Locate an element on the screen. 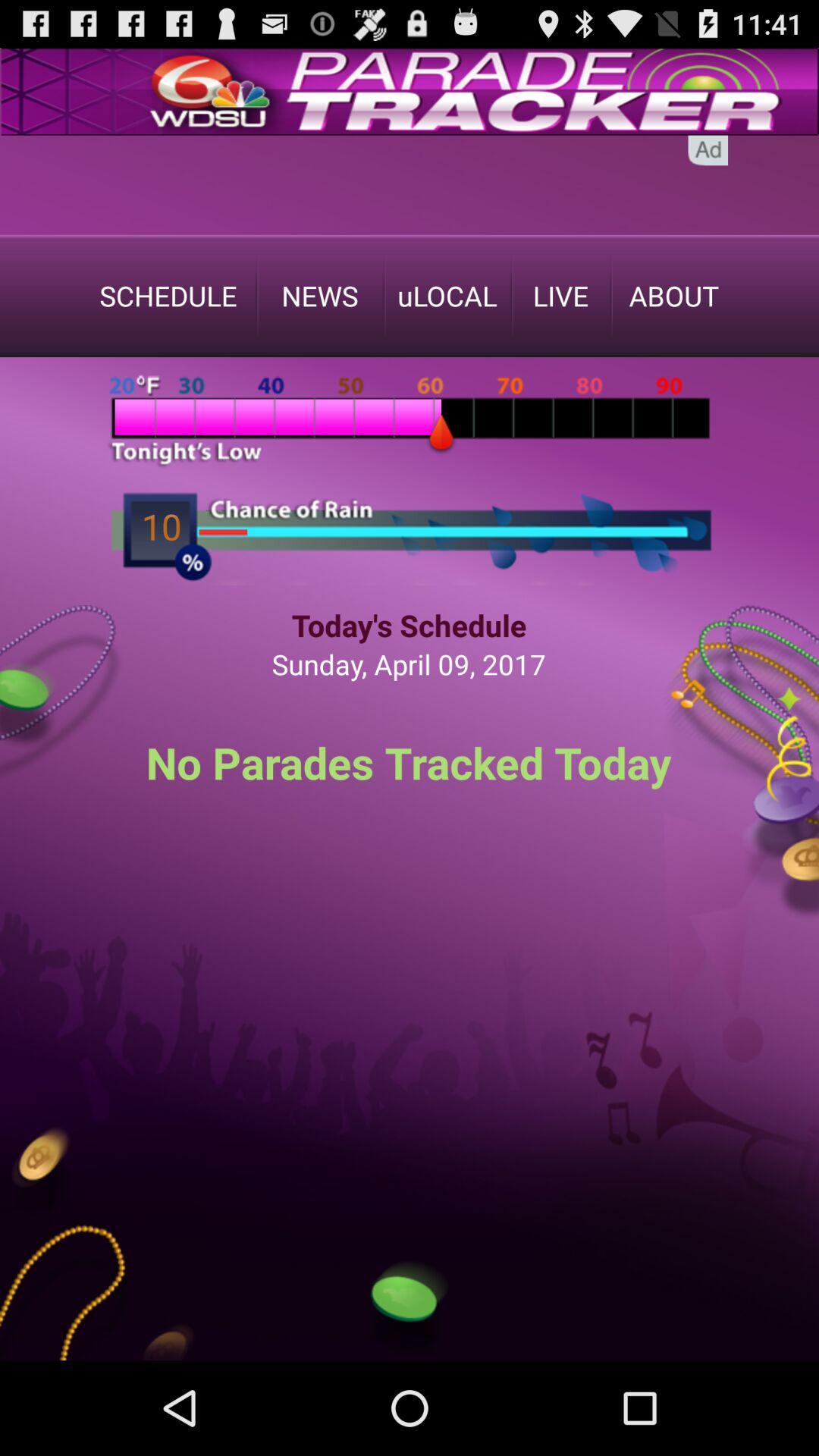 Image resolution: width=819 pixels, height=1456 pixels. the text which is just beside news is located at coordinates (447, 295).